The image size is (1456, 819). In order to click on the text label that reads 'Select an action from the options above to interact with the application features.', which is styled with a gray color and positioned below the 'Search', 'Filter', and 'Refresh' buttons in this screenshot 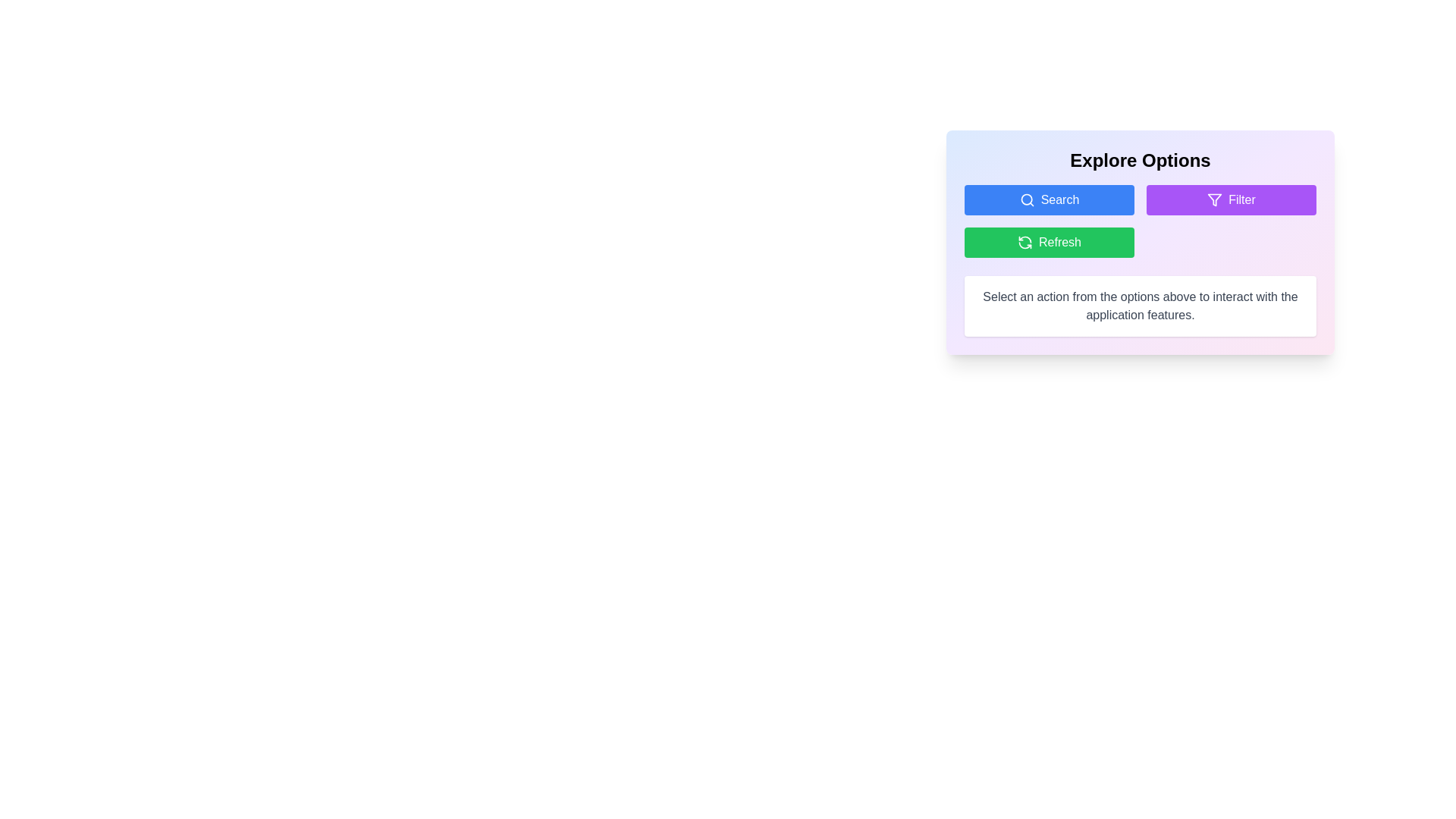, I will do `click(1140, 306)`.